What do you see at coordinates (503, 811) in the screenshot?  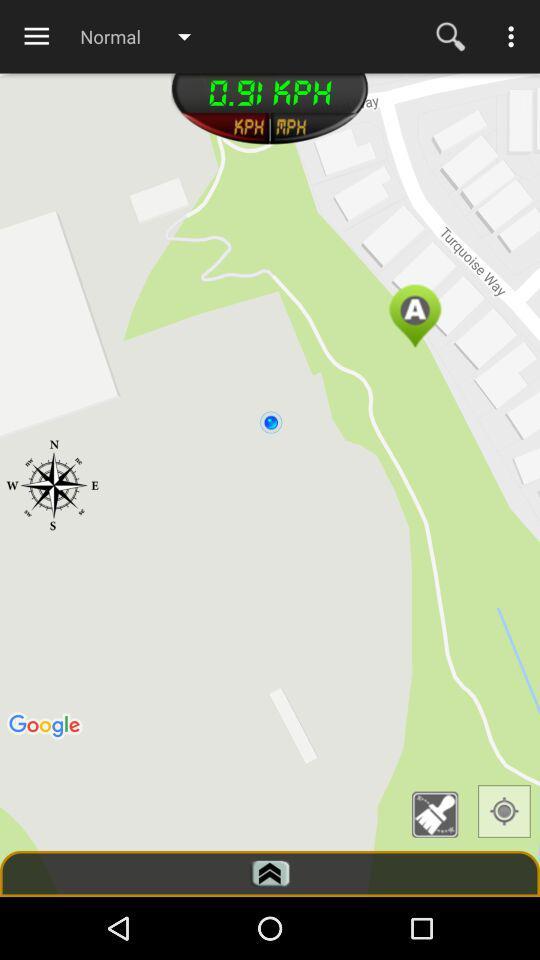 I see `gps icon` at bounding box center [503, 811].